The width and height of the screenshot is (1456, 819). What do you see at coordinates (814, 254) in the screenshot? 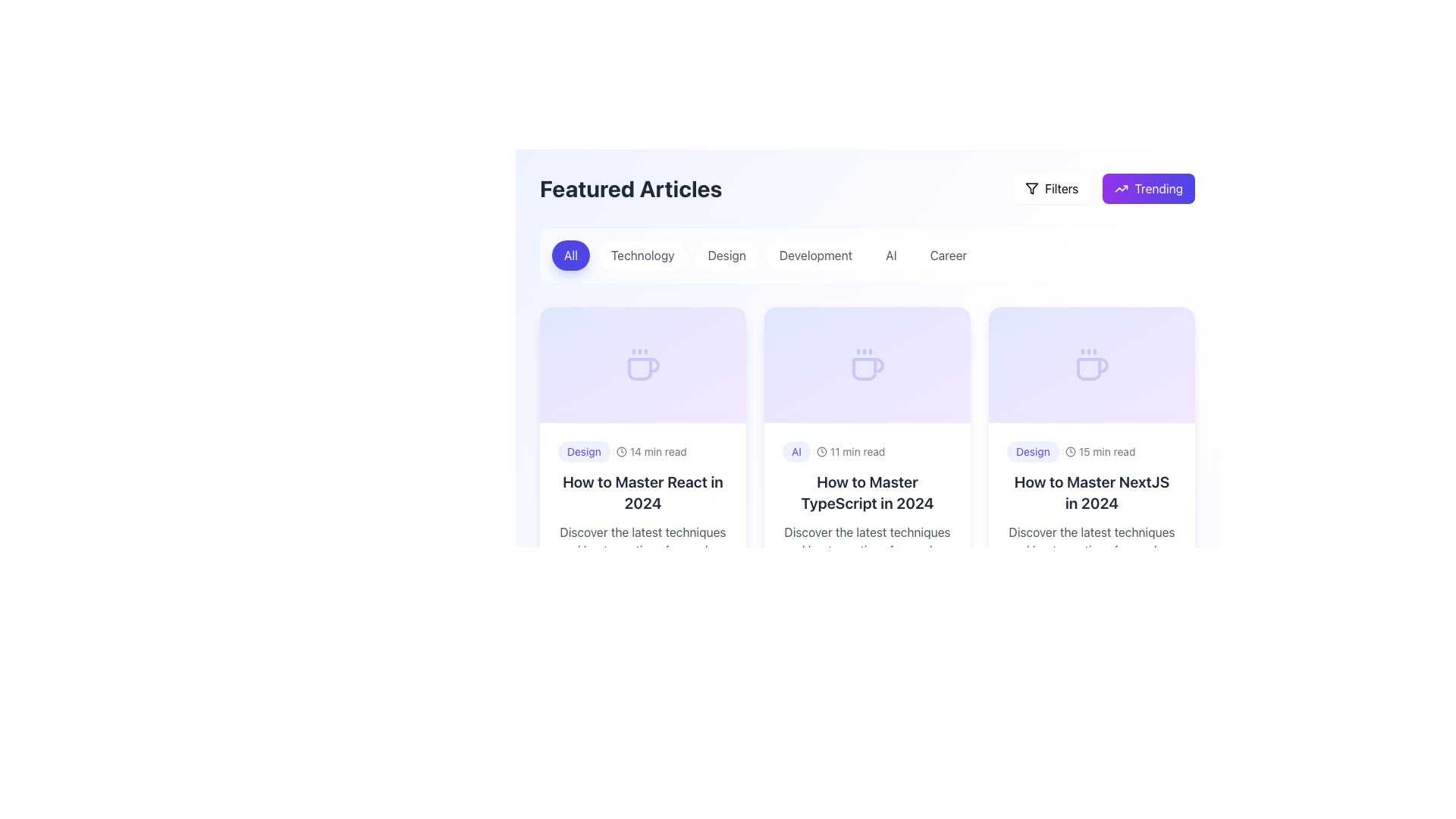
I see `the filter button labeled 'Development' located on the horizontal navigation bar under the 'Featured Articles' heading` at bounding box center [814, 254].